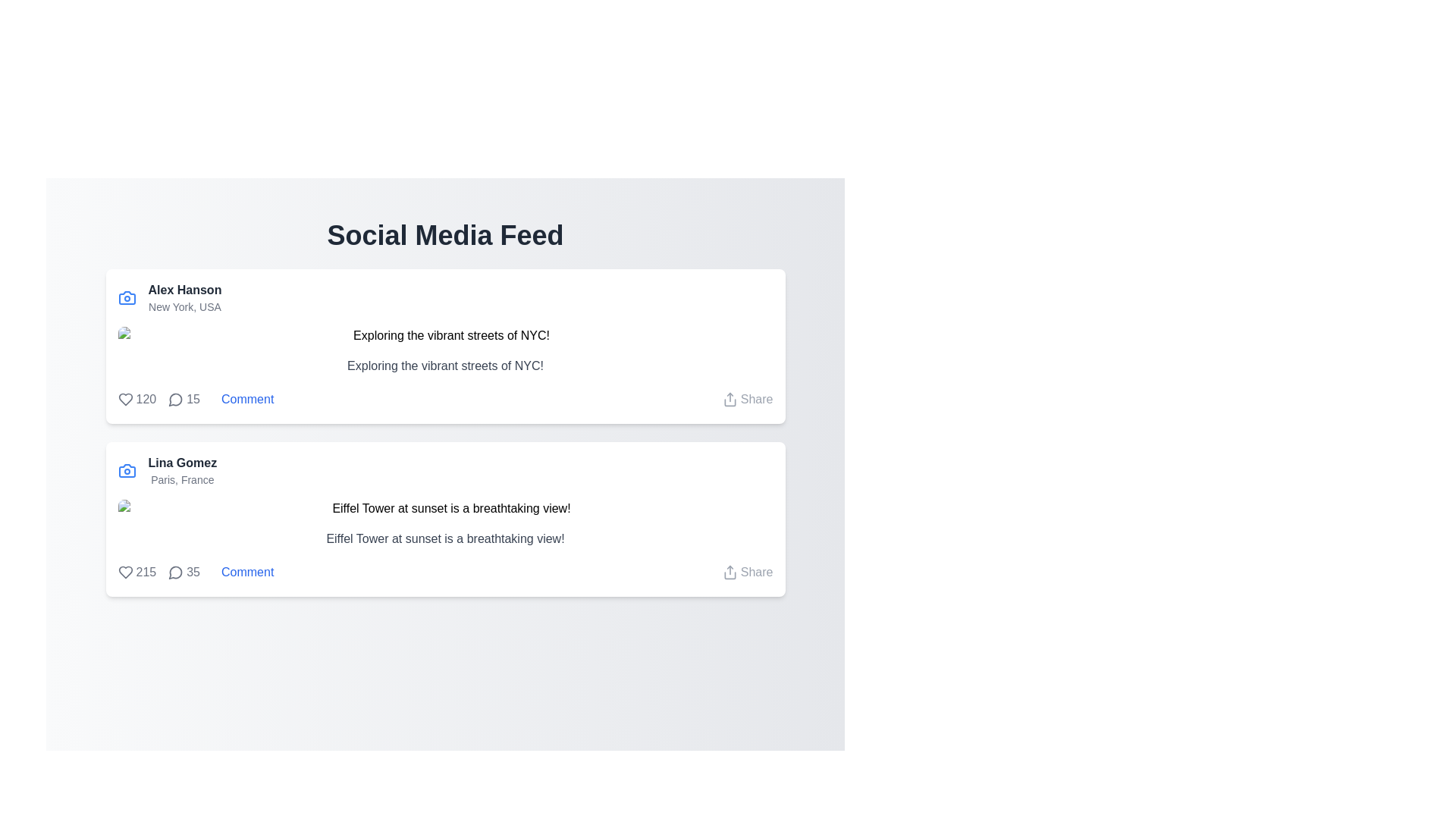 The height and width of the screenshot is (819, 1456). I want to click on the small blue camera icon located at the start of the first social media post, preceding the text 'Alex Hanson' and 'New York, USA', so click(127, 298).